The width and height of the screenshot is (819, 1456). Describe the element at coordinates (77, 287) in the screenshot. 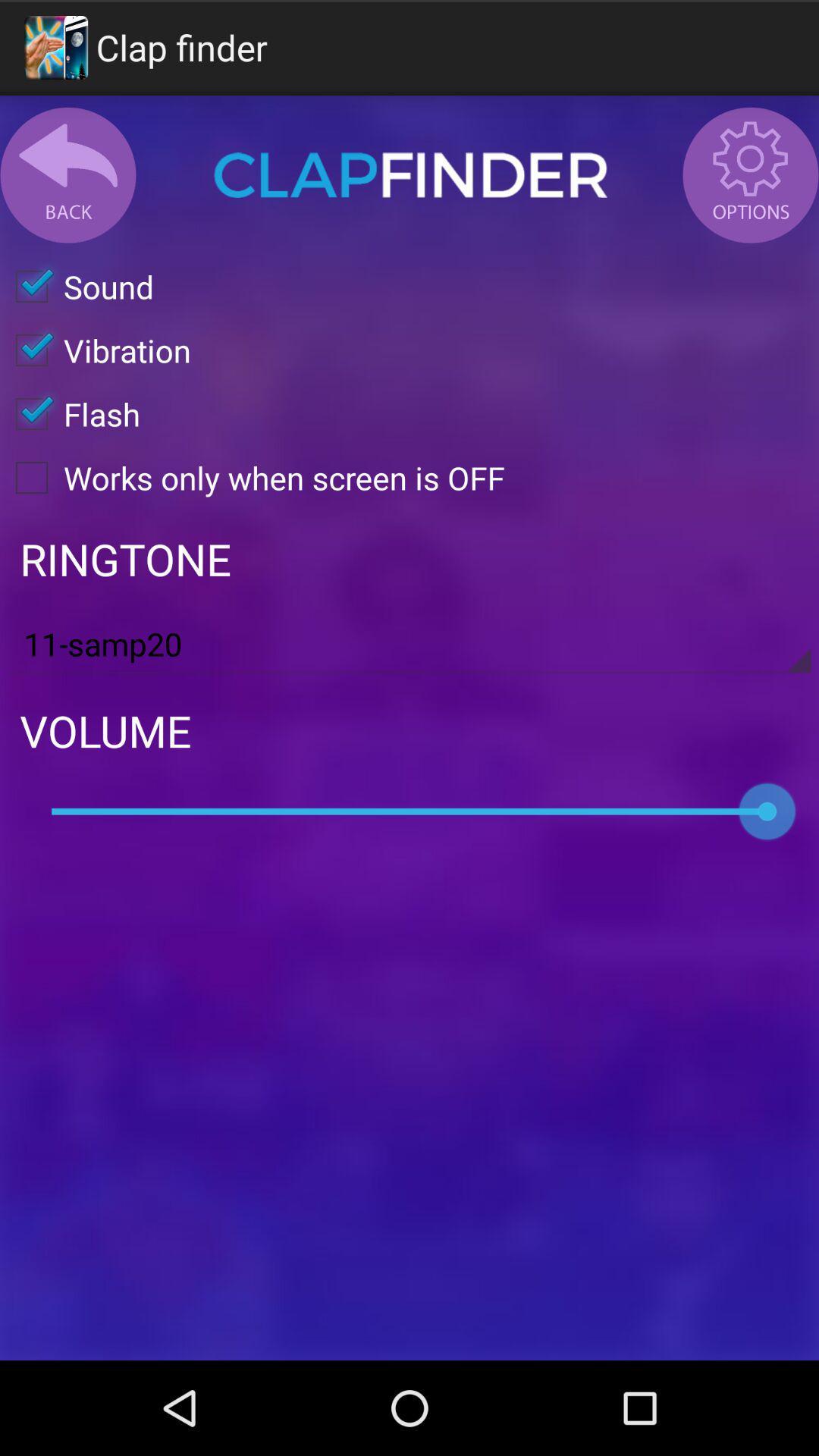

I see `sound icon` at that location.